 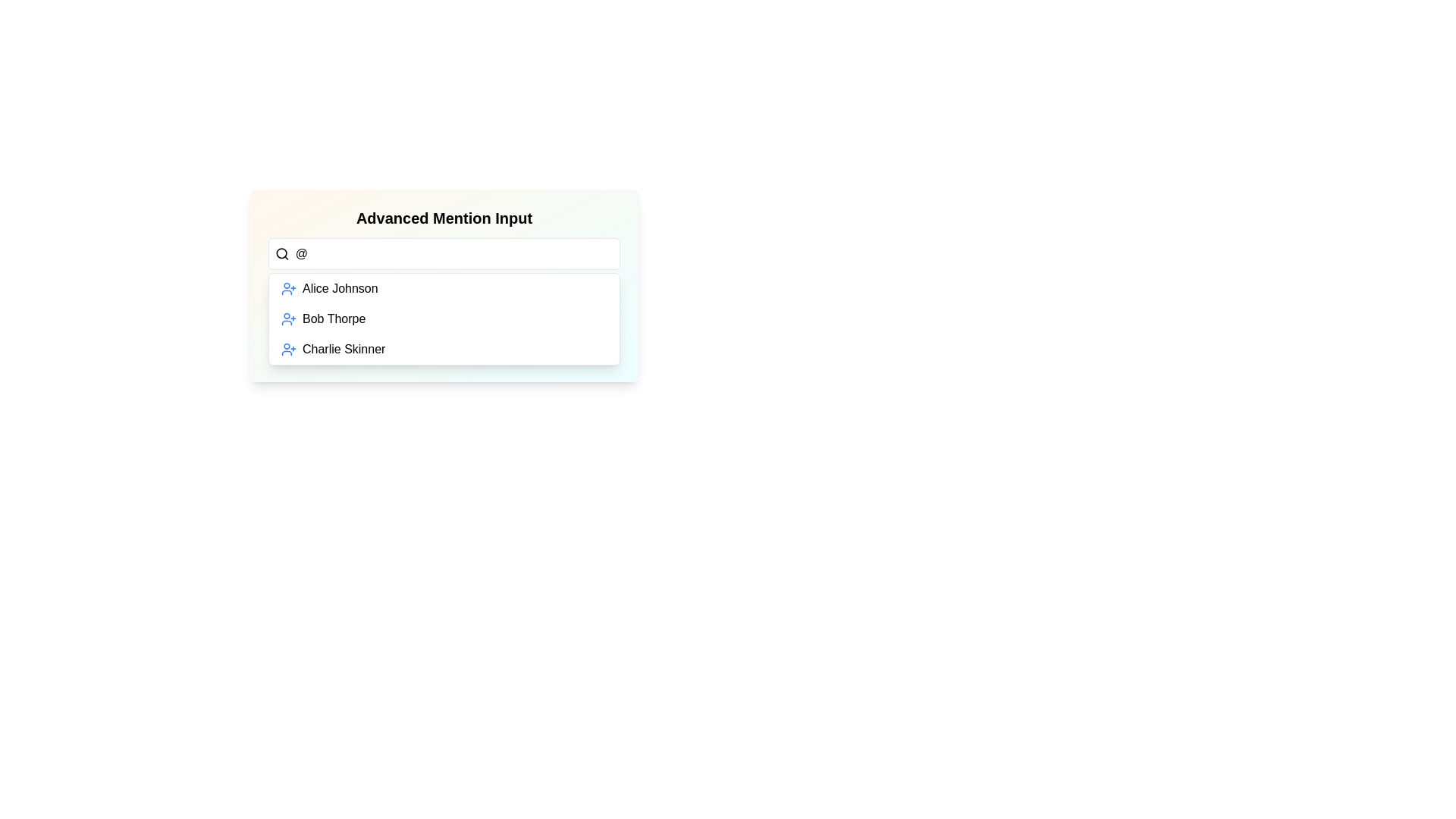 I want to click on the magnifying glass icon located at the far left of the input field with the placeholder 'Type @ to mention...' to initiate a search, so click(x=282, y=253).